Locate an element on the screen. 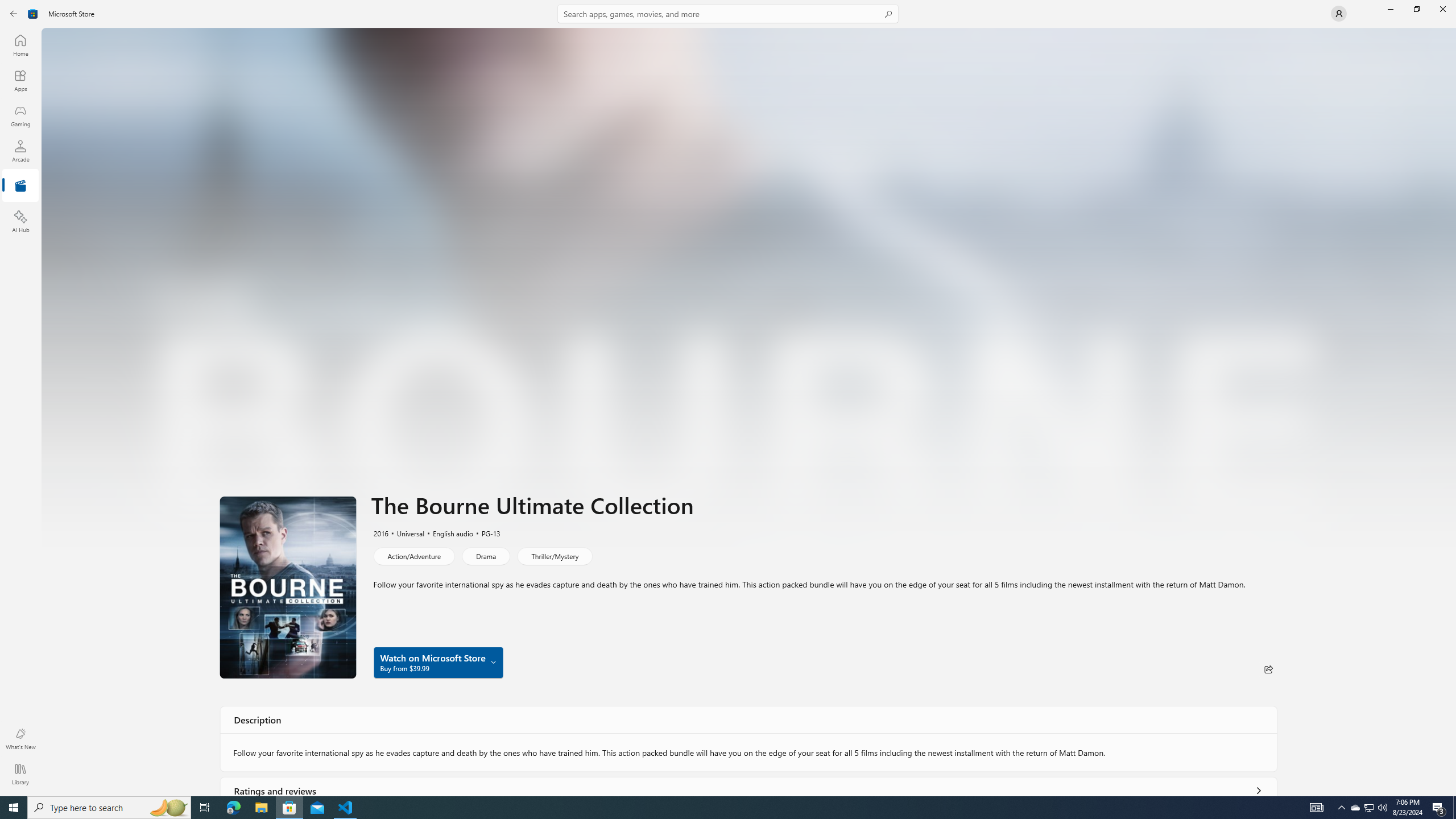 The width and height of the screenshot is (1456, 819). 'AI Hub' is located at coordinates (19, 221).